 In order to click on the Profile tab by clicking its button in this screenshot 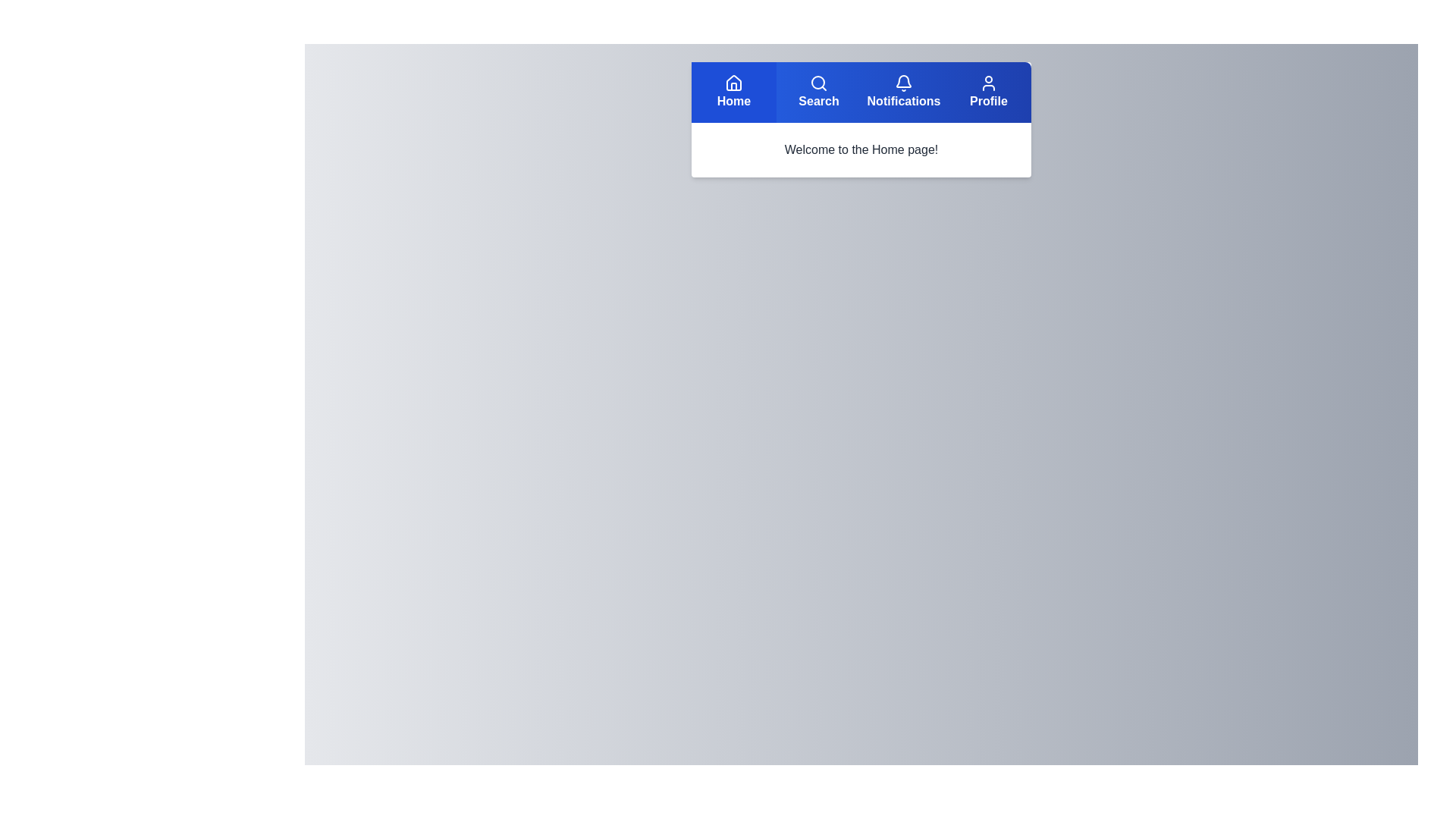, I will do `click(989, 93)`.